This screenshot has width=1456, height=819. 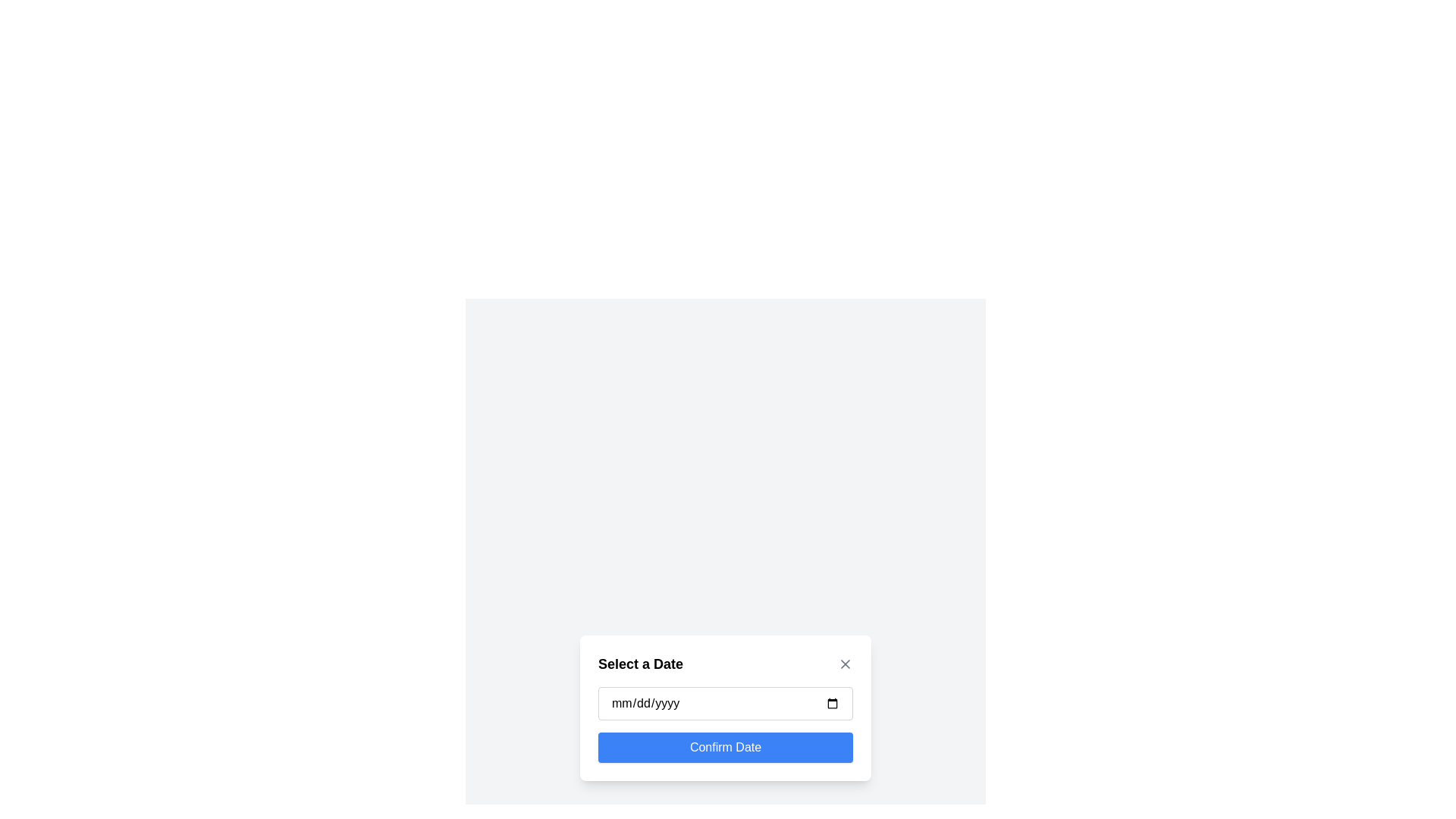 I want to click on the text label reading 'Select a Date' which is prominently displayed at the top of a modal window, so click(x=640, y=663).